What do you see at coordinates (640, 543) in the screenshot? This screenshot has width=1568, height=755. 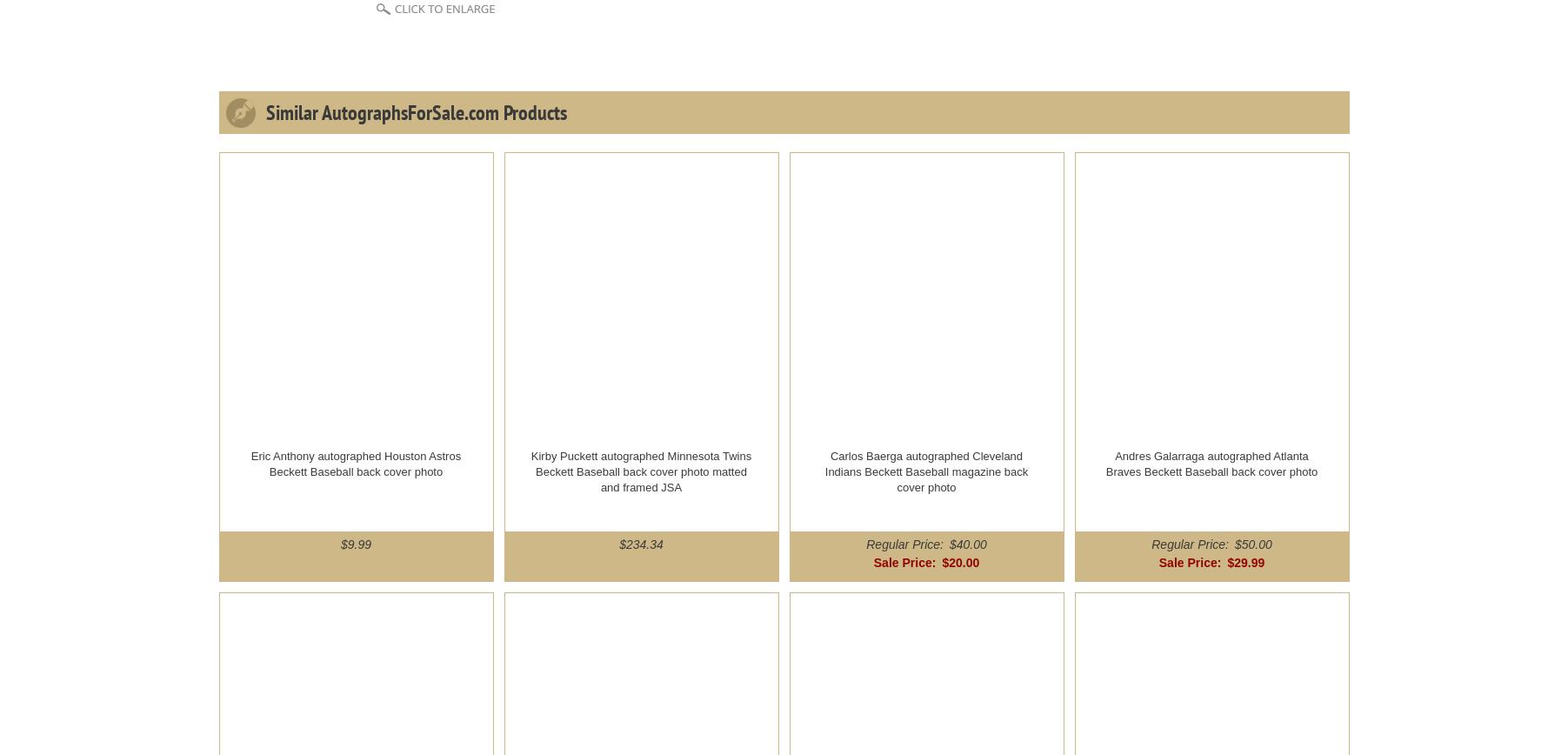 I see `'$234.34'` at bounding box center [640, 543].